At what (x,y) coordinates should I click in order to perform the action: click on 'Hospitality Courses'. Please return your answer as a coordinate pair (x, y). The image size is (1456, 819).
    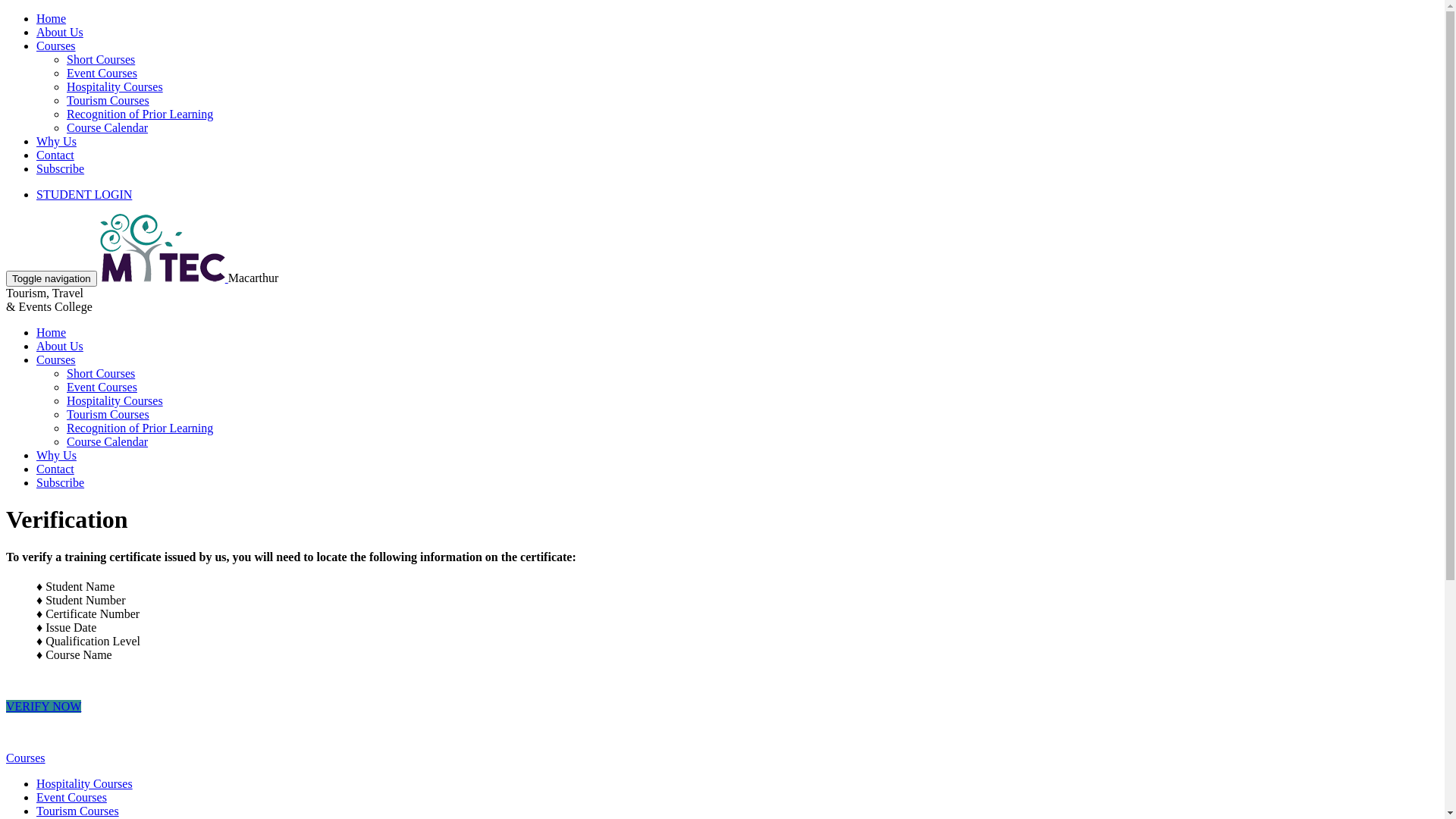
    Looking at the image, I should click on (114, 86).